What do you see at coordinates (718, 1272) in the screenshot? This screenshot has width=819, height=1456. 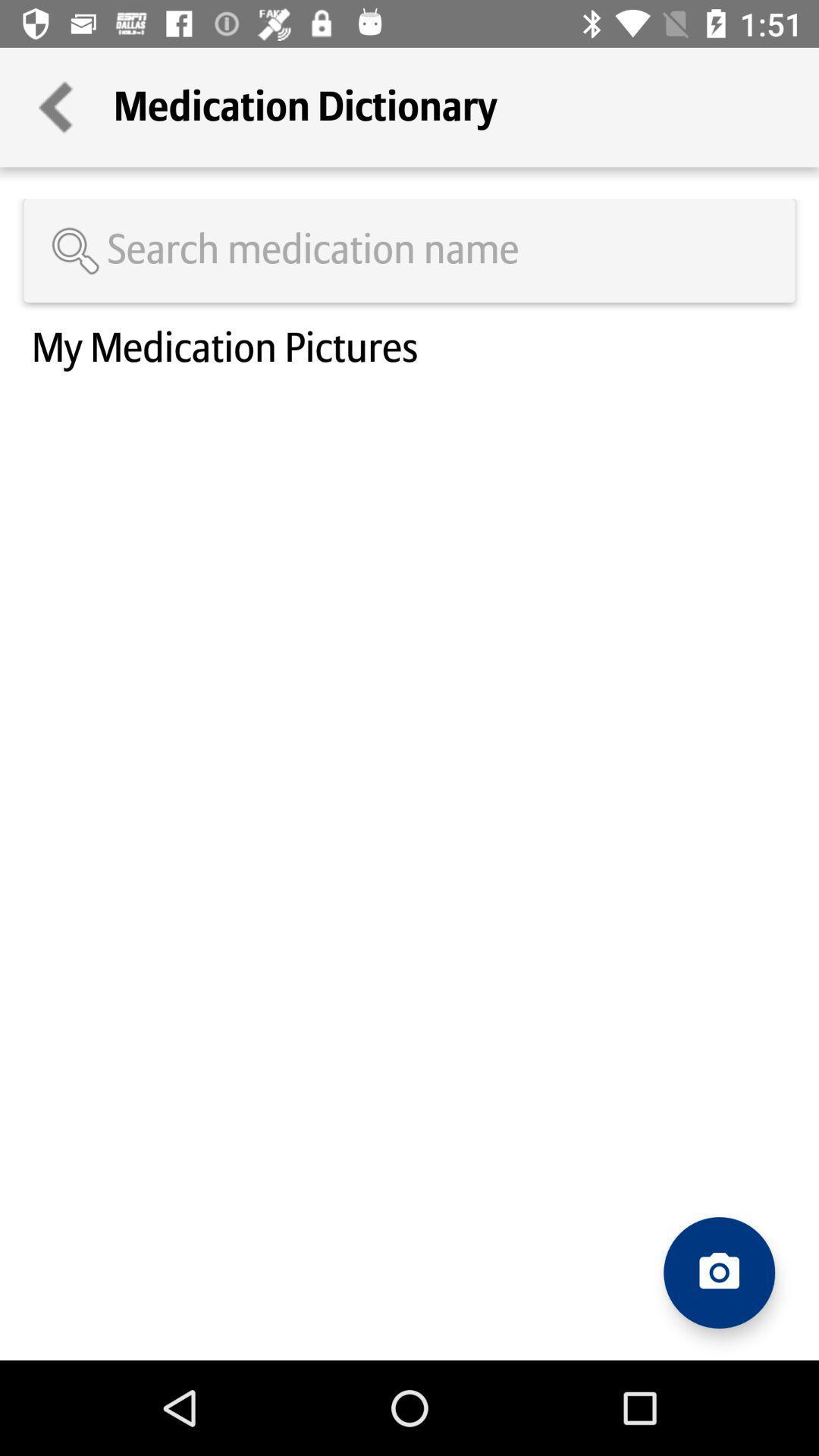 I see `open camera` at bounding box center [718, 1272].